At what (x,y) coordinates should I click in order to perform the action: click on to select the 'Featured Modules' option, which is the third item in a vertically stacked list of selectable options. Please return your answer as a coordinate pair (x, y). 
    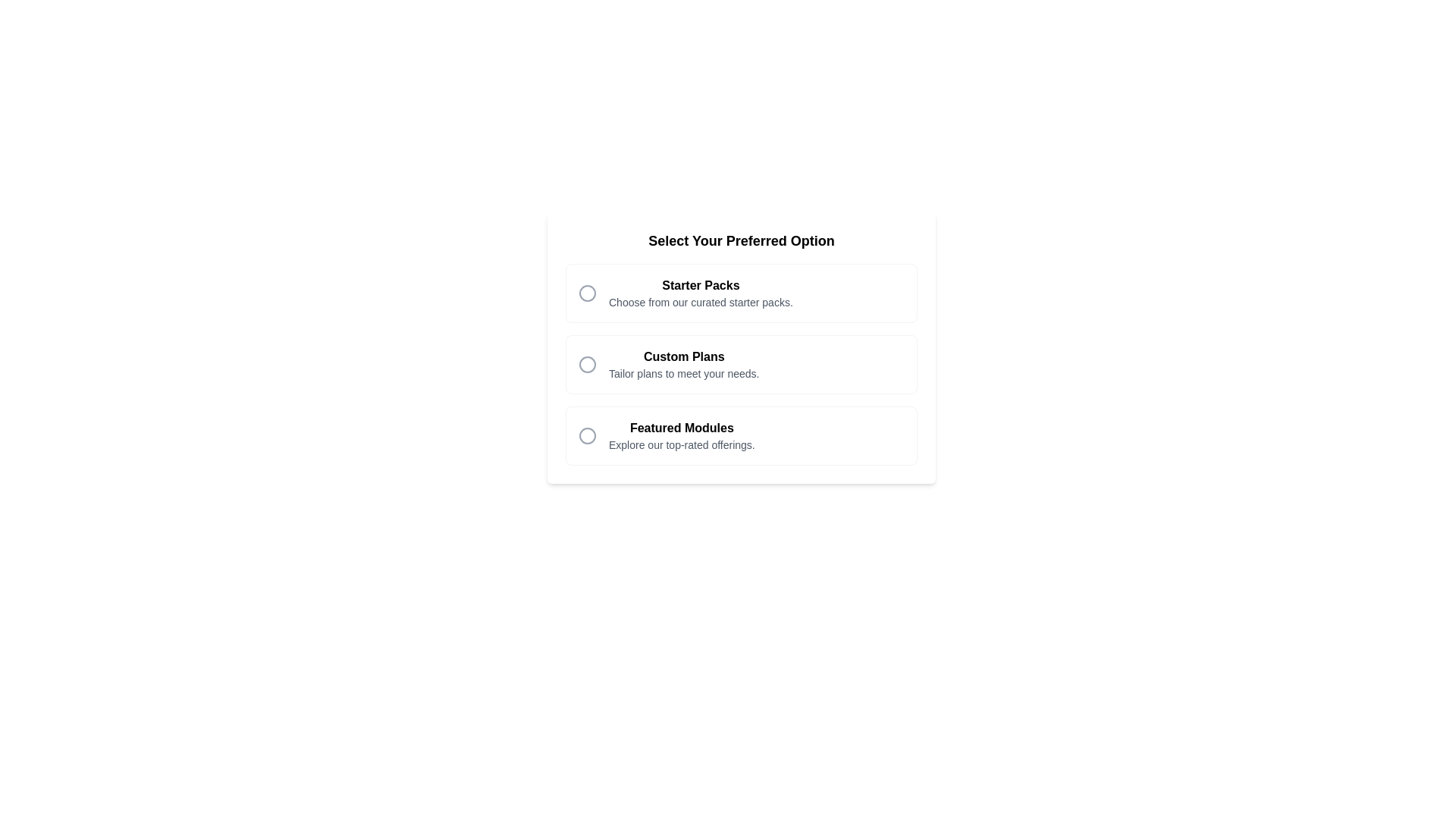
    Looking at the image, I should click on (742, 435).